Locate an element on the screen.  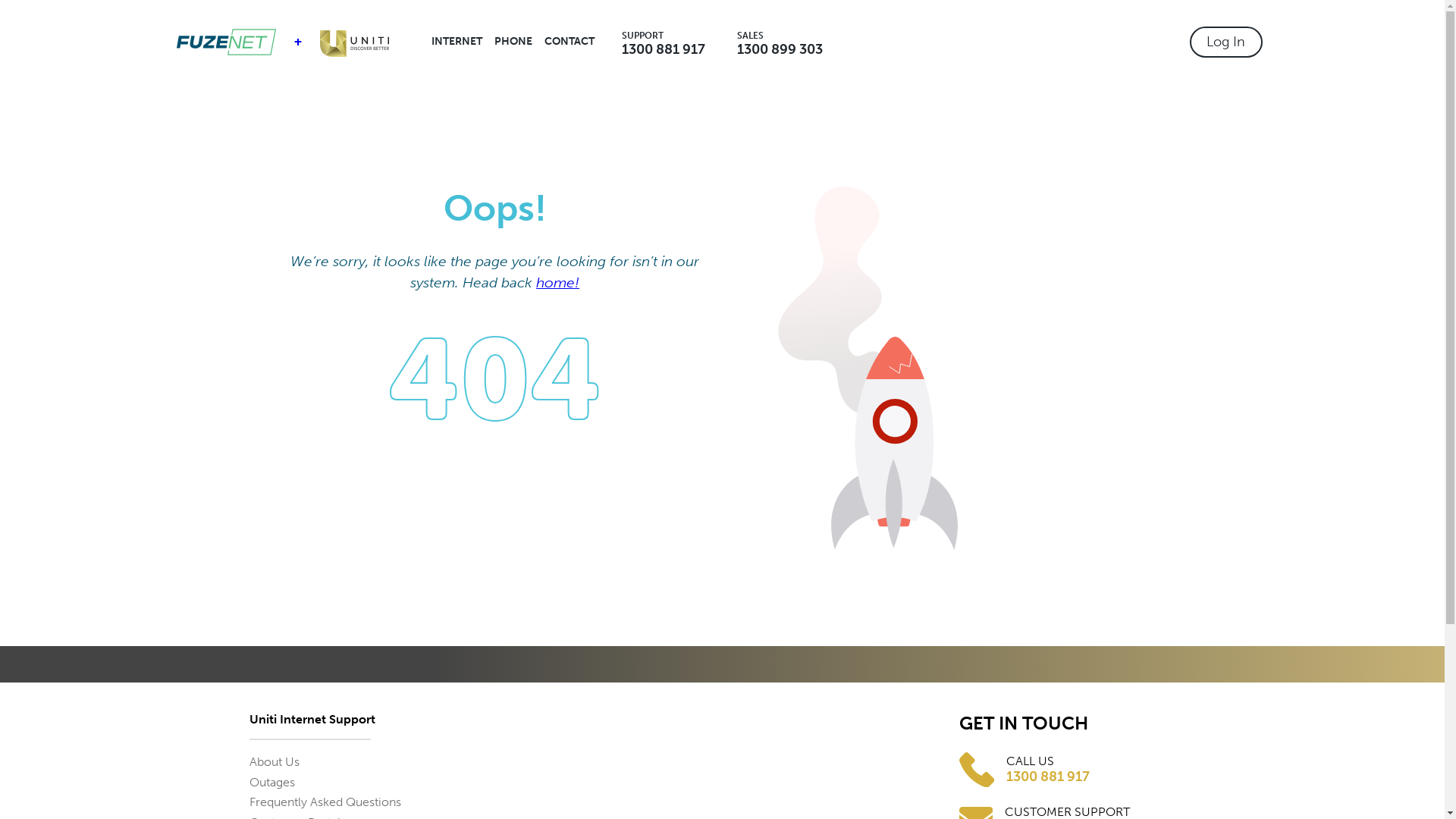
'+' is located at coordinates (297, 41).